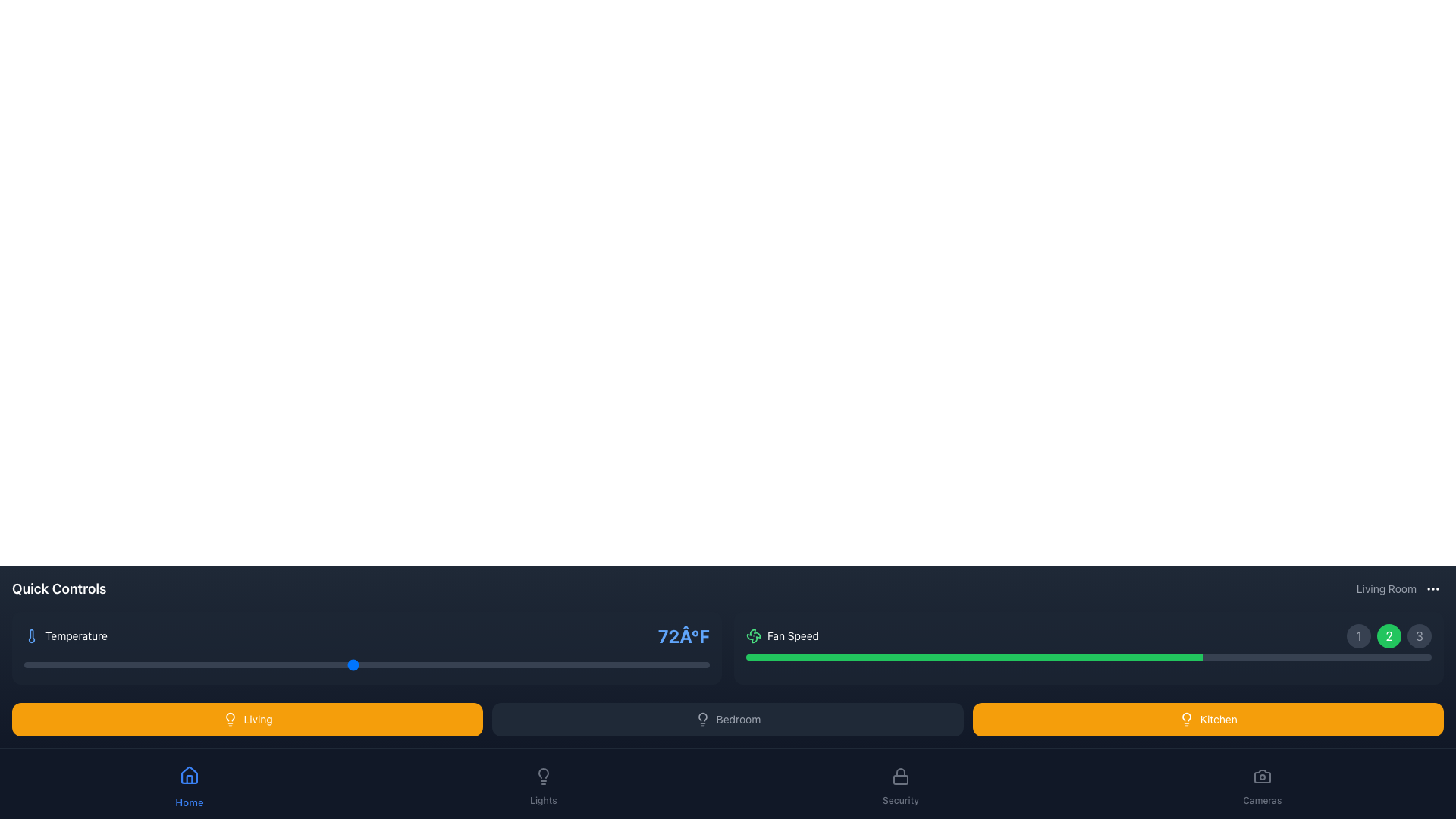  I want to click on the 'Home' button, which features a blue house icon above the text, so click(188, 783).